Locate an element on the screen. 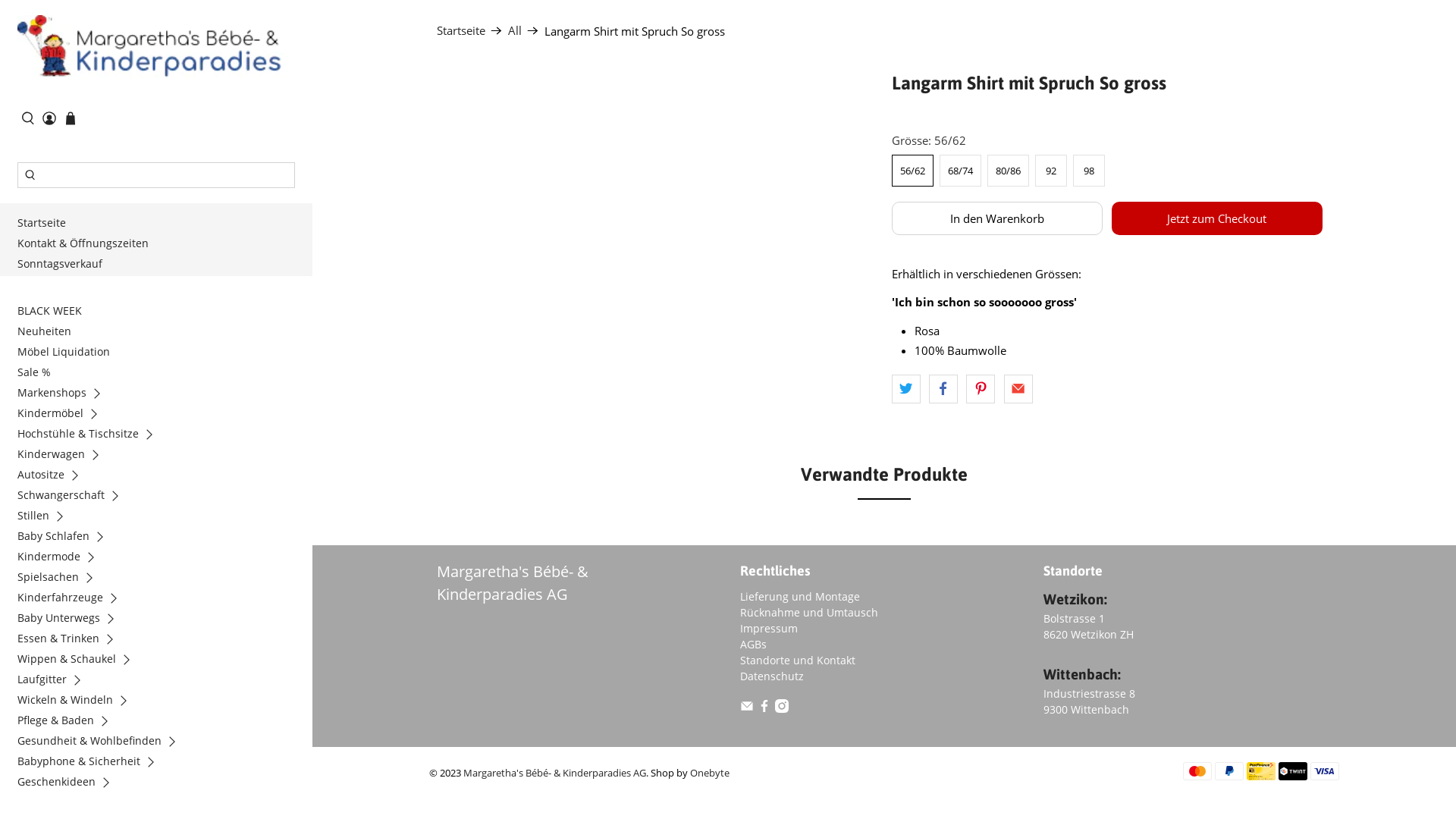 This screenshot has height=819, width=1456. 'Wittenbach:' is located at coordinates (1081, 673).